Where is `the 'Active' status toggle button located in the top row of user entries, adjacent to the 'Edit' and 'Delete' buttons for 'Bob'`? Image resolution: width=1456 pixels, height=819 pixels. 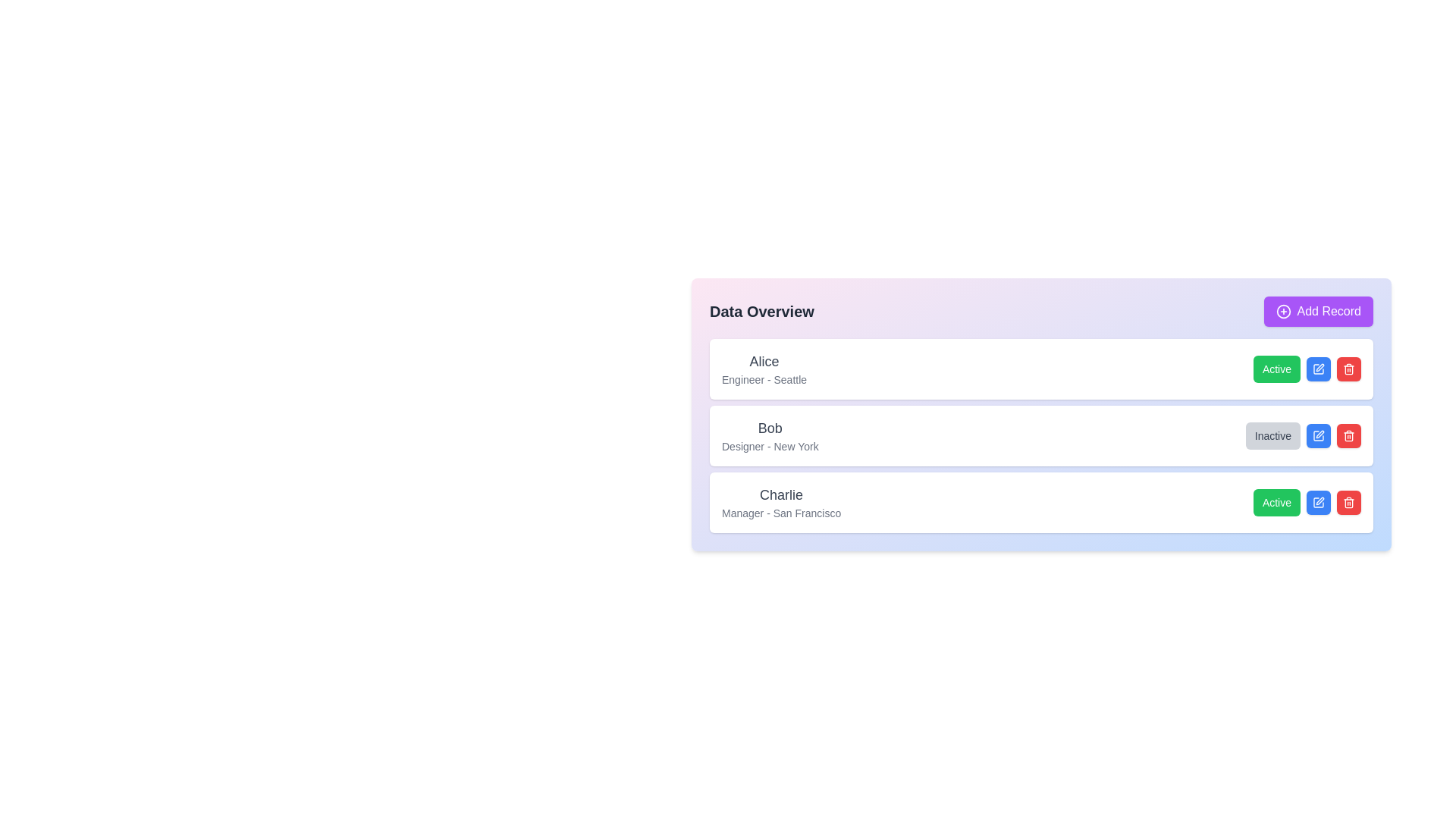
the 'Active' status toggle button located in the top row of user entries, adjacent to the 'Edit' and 'Delete' buttons for 'Bob' is located at coordinates (1276, 369).